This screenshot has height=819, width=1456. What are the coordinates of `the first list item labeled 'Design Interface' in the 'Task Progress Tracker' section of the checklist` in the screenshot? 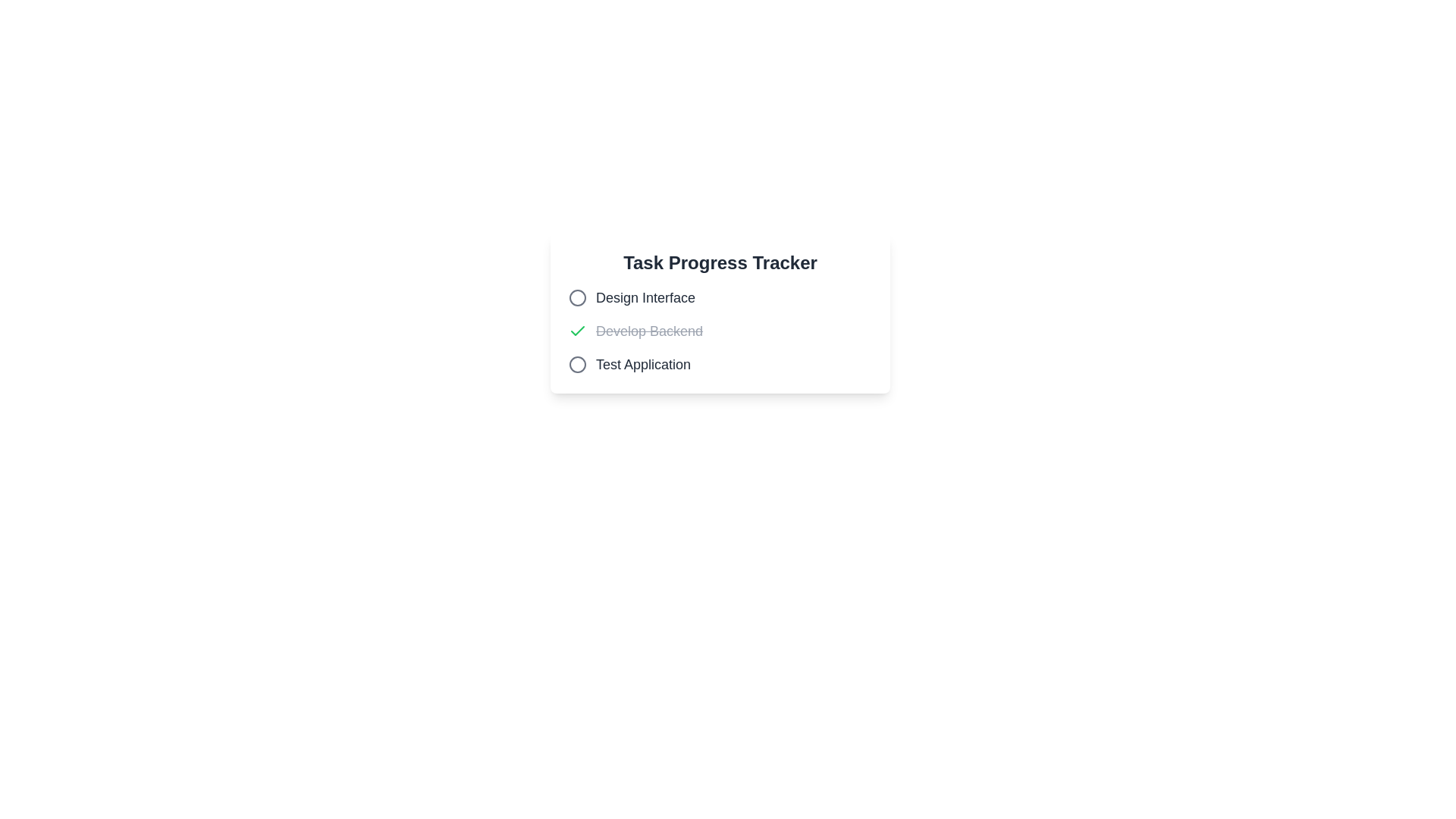 It's located at (720, 298).